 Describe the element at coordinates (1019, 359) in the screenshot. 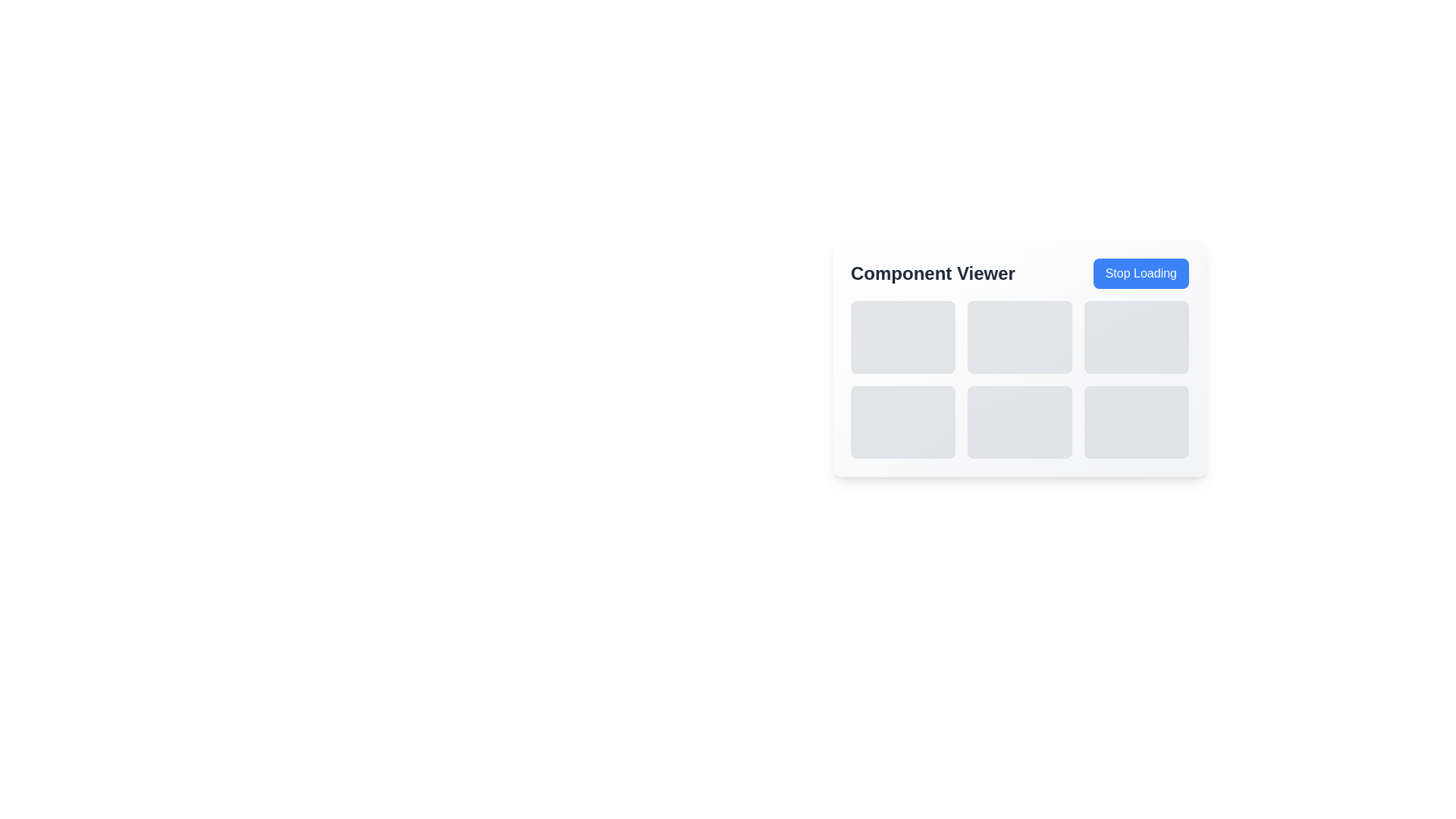

I see `the placeholder rectangles within the 'Component Viewer' panel that features a gradient background and a 'Stop Loading' button` at that location.